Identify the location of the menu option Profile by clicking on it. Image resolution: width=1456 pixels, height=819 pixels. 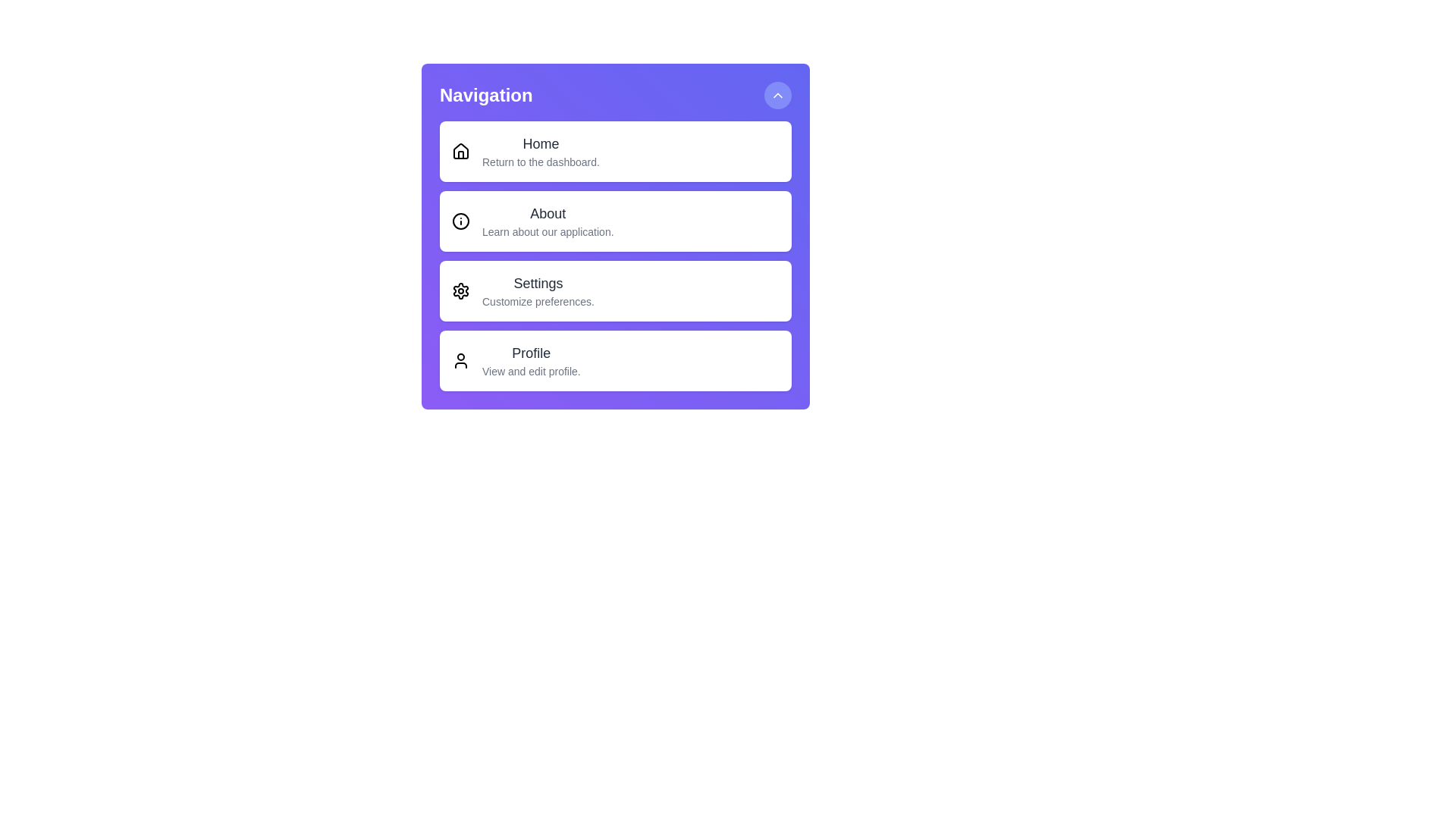
(615, 360).